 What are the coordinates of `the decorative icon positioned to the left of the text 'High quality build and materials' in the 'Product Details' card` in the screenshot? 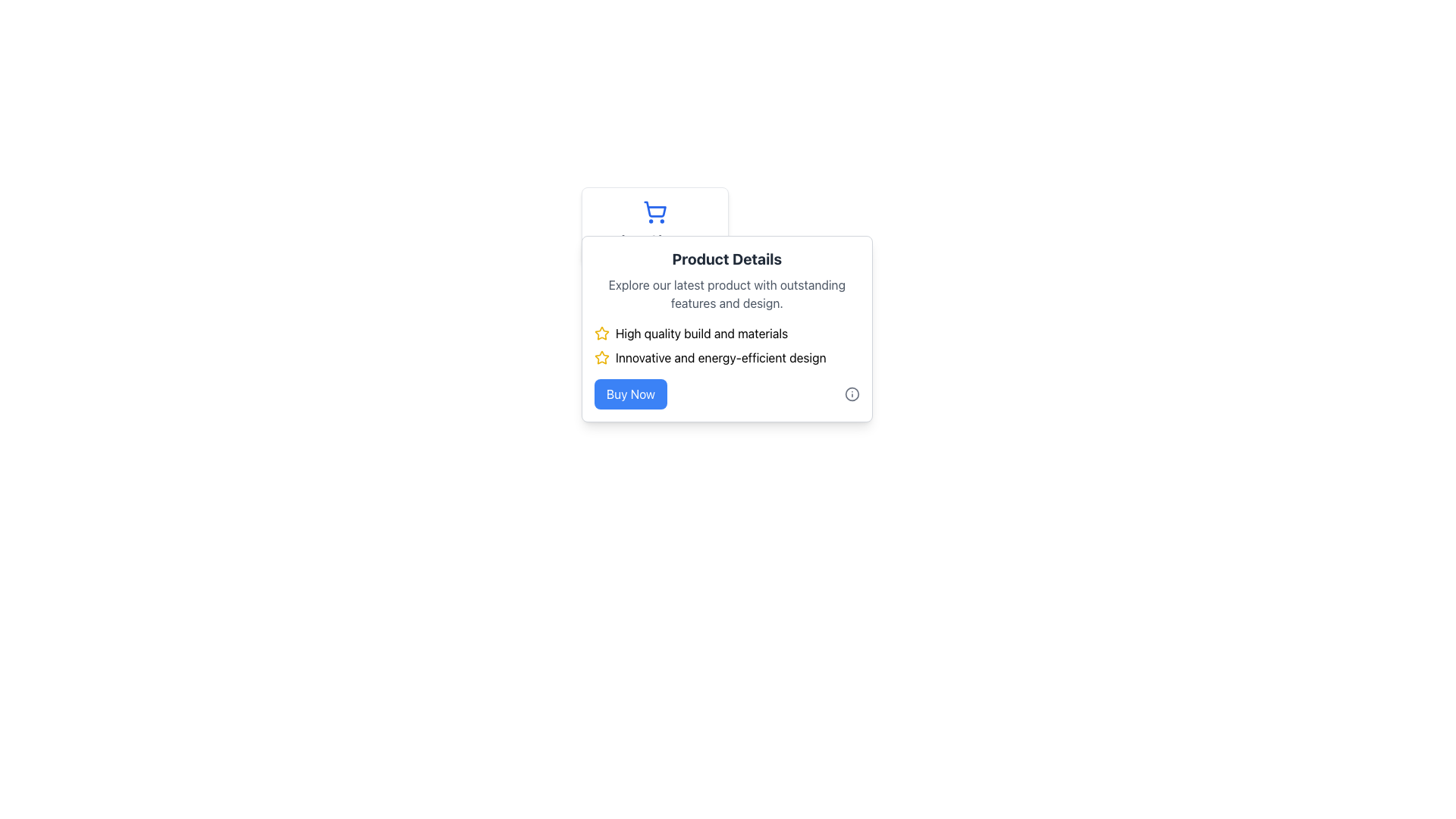 It's located at (601, 357).